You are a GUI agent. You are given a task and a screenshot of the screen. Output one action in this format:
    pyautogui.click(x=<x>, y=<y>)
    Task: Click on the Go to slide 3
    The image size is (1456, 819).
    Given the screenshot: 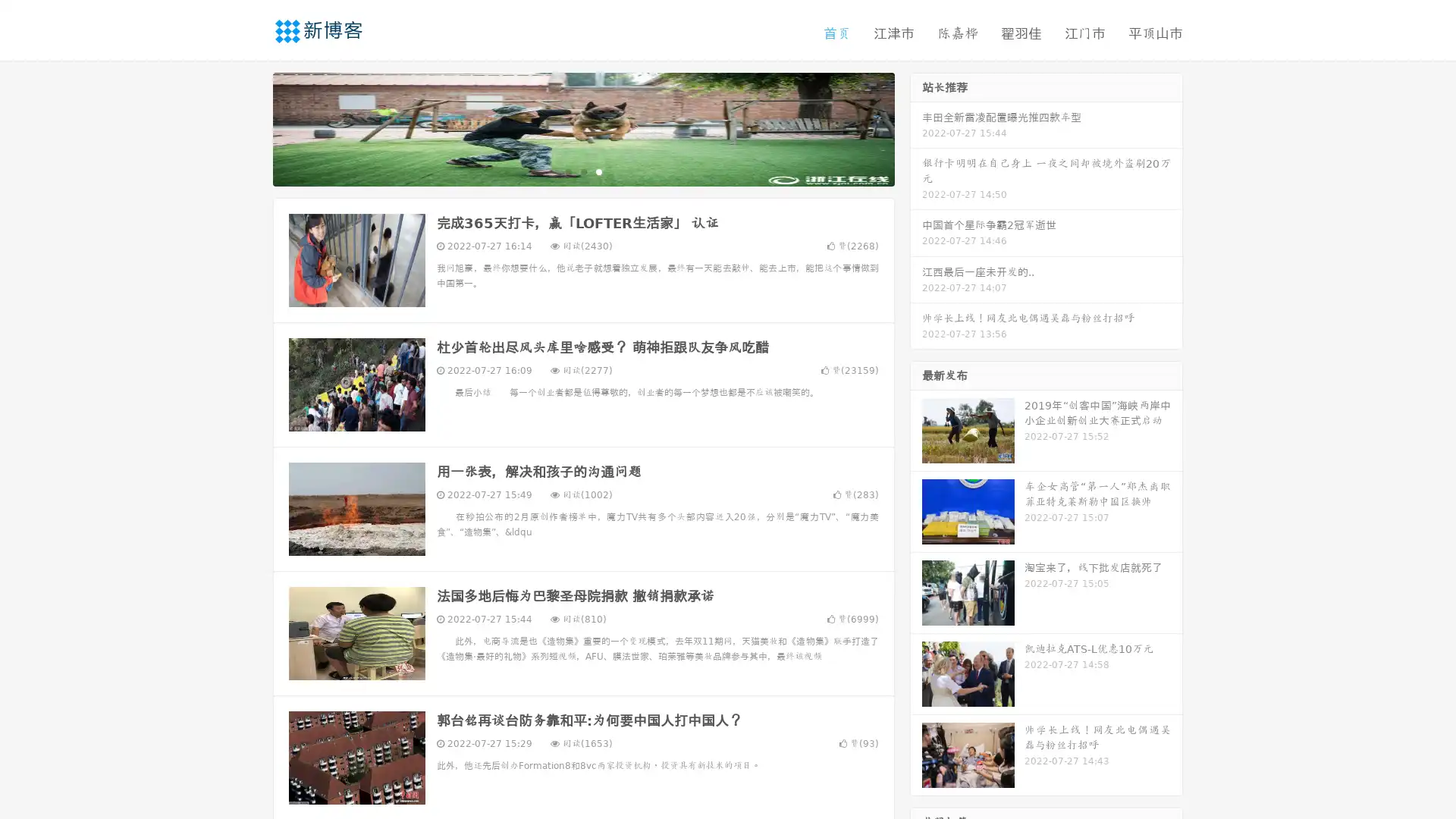 What is the action you would take?
    pyautogui.click(x=598, y=171)
    